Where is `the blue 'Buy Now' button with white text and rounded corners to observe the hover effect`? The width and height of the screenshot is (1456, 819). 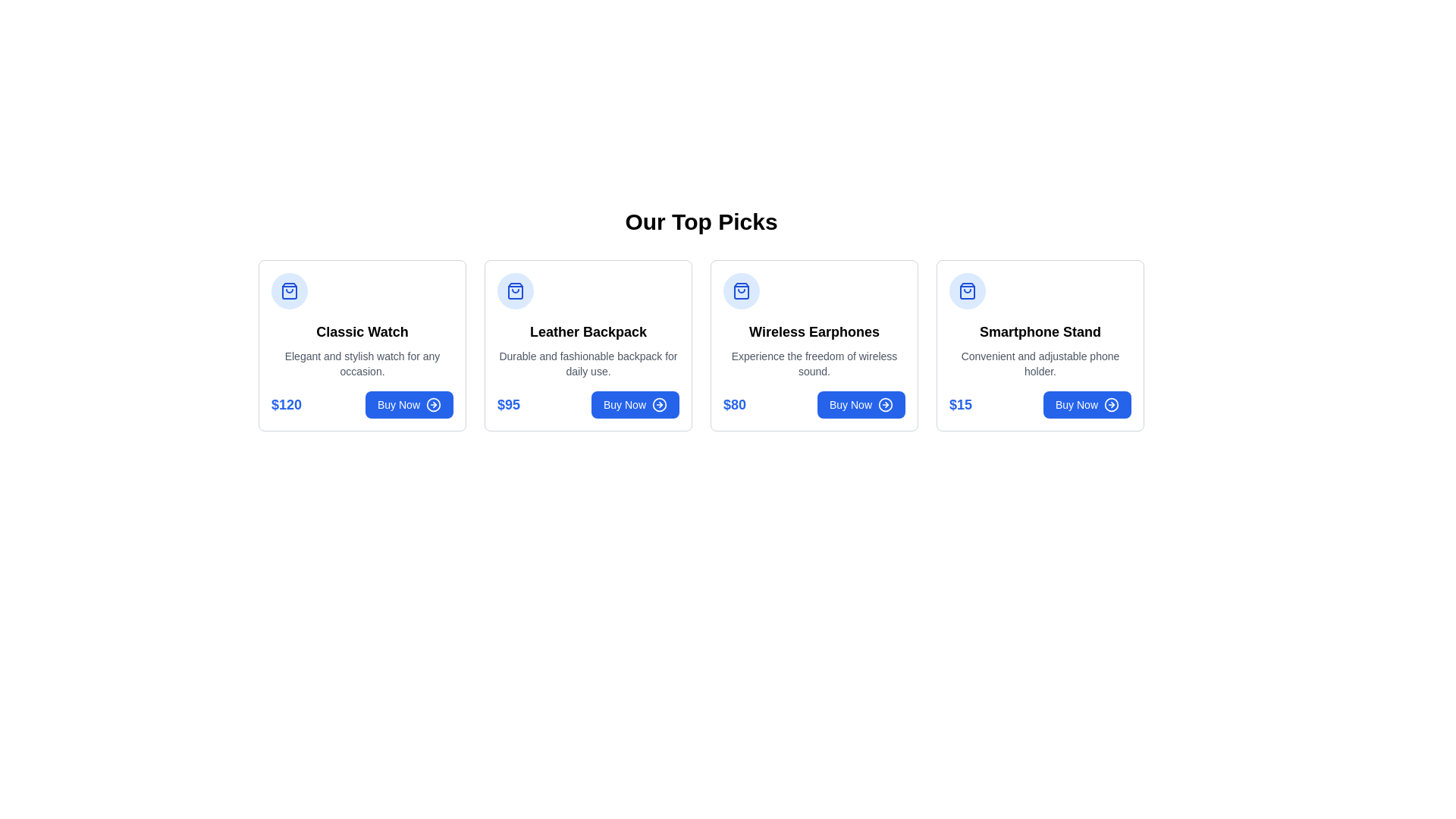
the blue 'Buy Now' button with white text and rounded corners to observe the hover effect is located at coordinates (1087, 403).